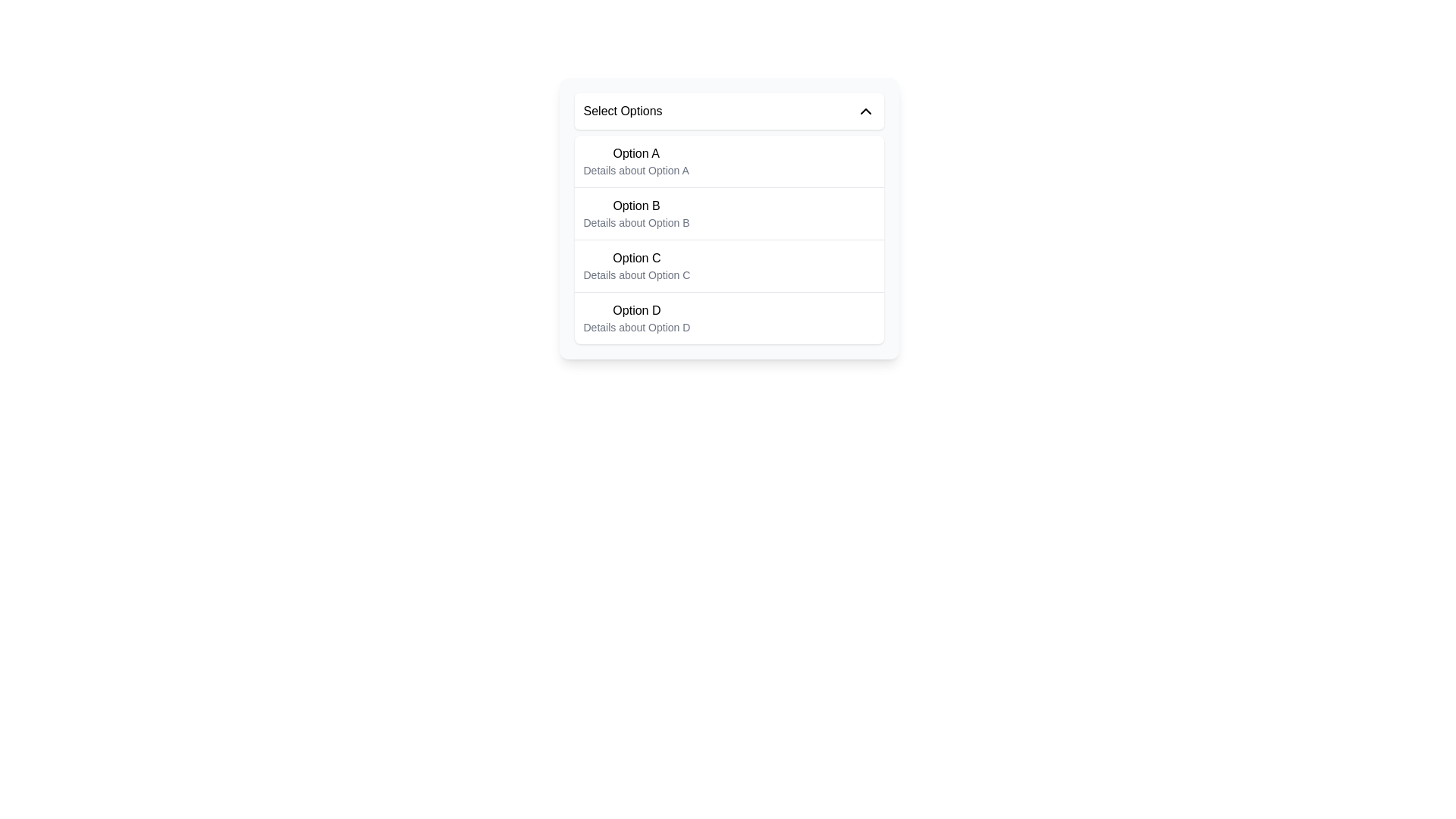 Image resolution: width=1456 pixels, height=819 pixels. I want to click on the second option 'Option B', so click(729, 218).